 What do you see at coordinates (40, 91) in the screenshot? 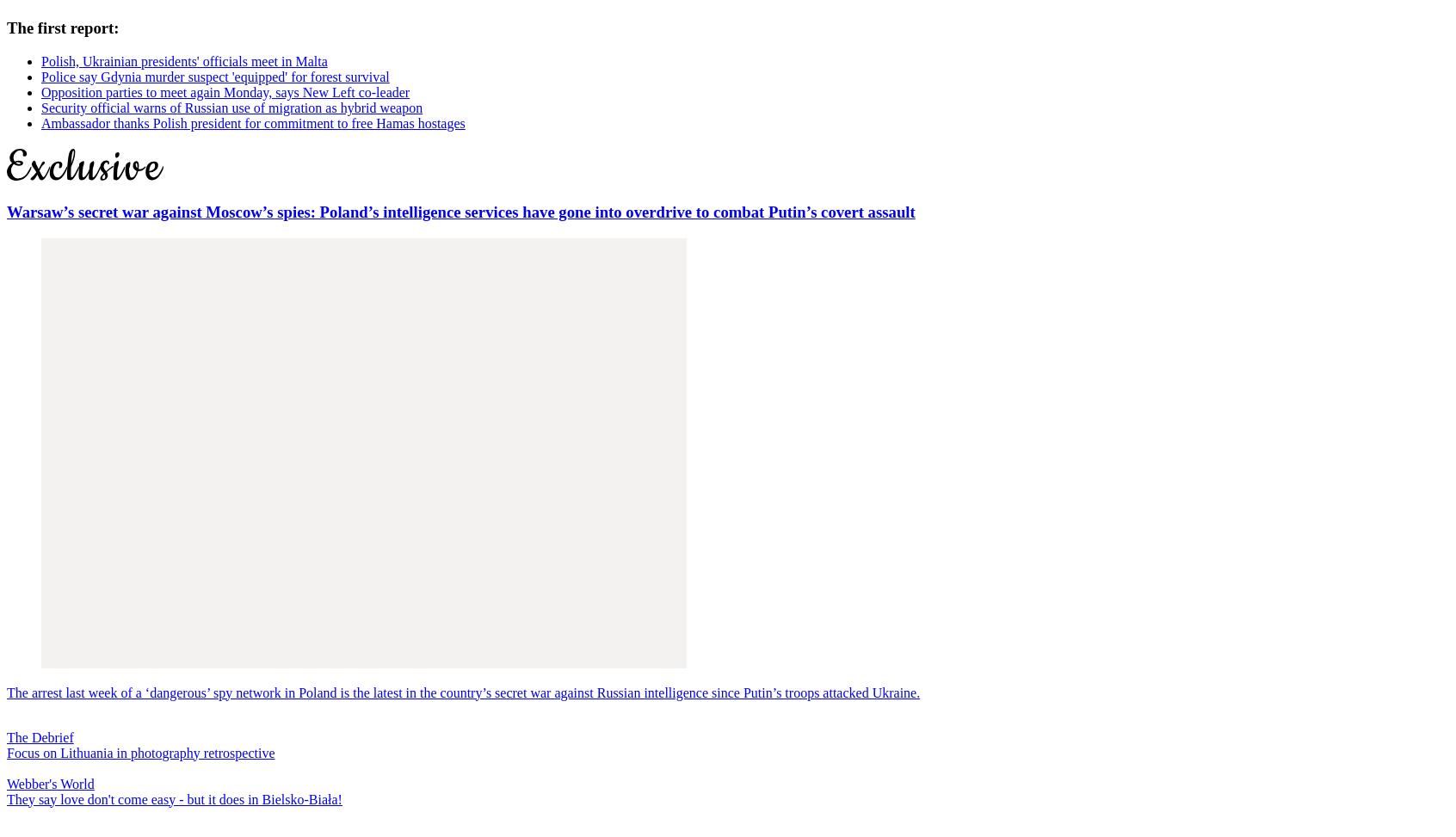
I see `'Opposition parties to meet again Monday, says New Left co-leader'` at bounding box center [40, 91].